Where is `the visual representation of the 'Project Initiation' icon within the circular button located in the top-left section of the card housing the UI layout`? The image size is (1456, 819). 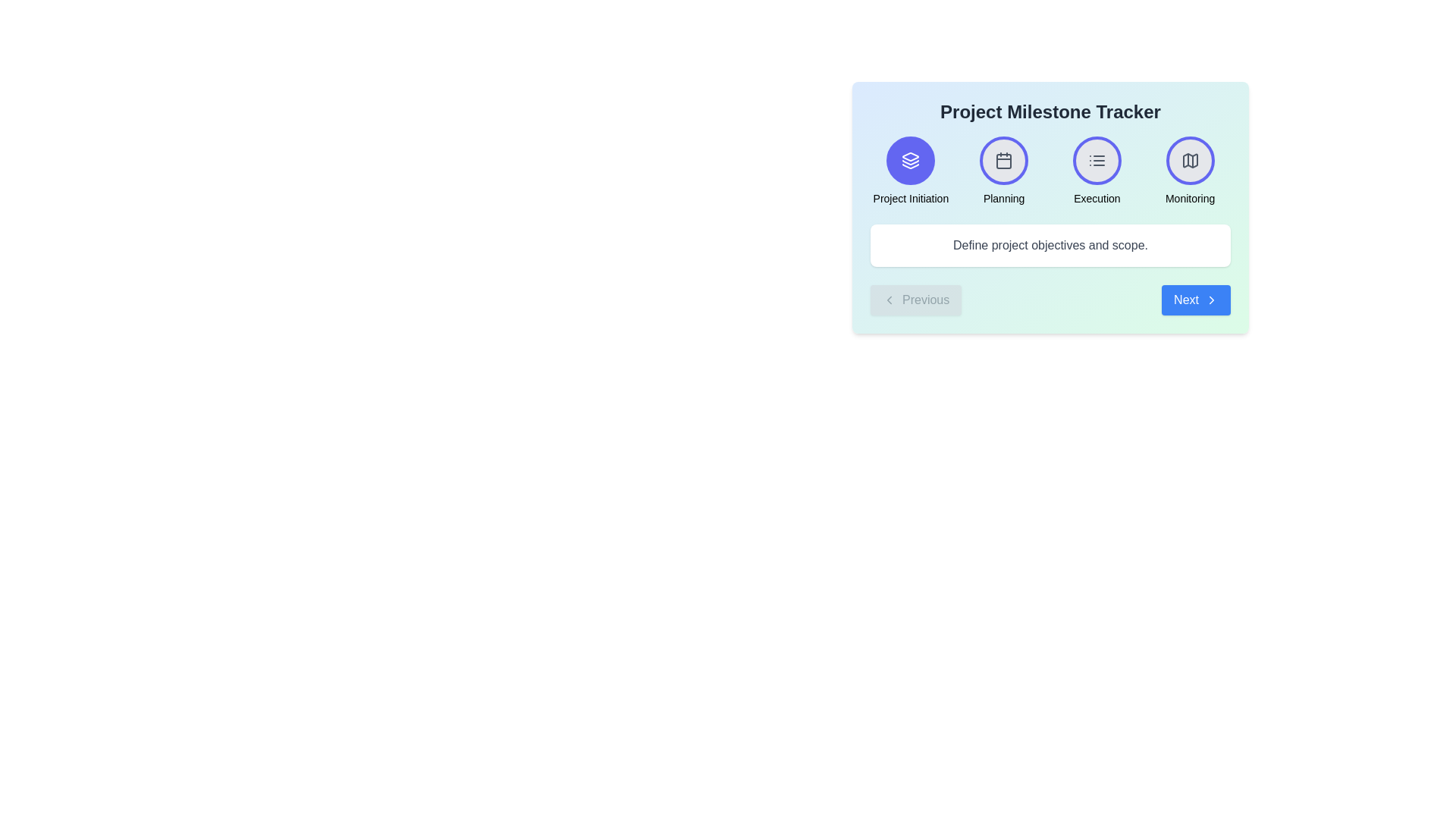
the visual representation of the 'Project Initiation' icon within the circular button located in the top-left section of the card housing the UI layout is located at coordinates (910, 161).